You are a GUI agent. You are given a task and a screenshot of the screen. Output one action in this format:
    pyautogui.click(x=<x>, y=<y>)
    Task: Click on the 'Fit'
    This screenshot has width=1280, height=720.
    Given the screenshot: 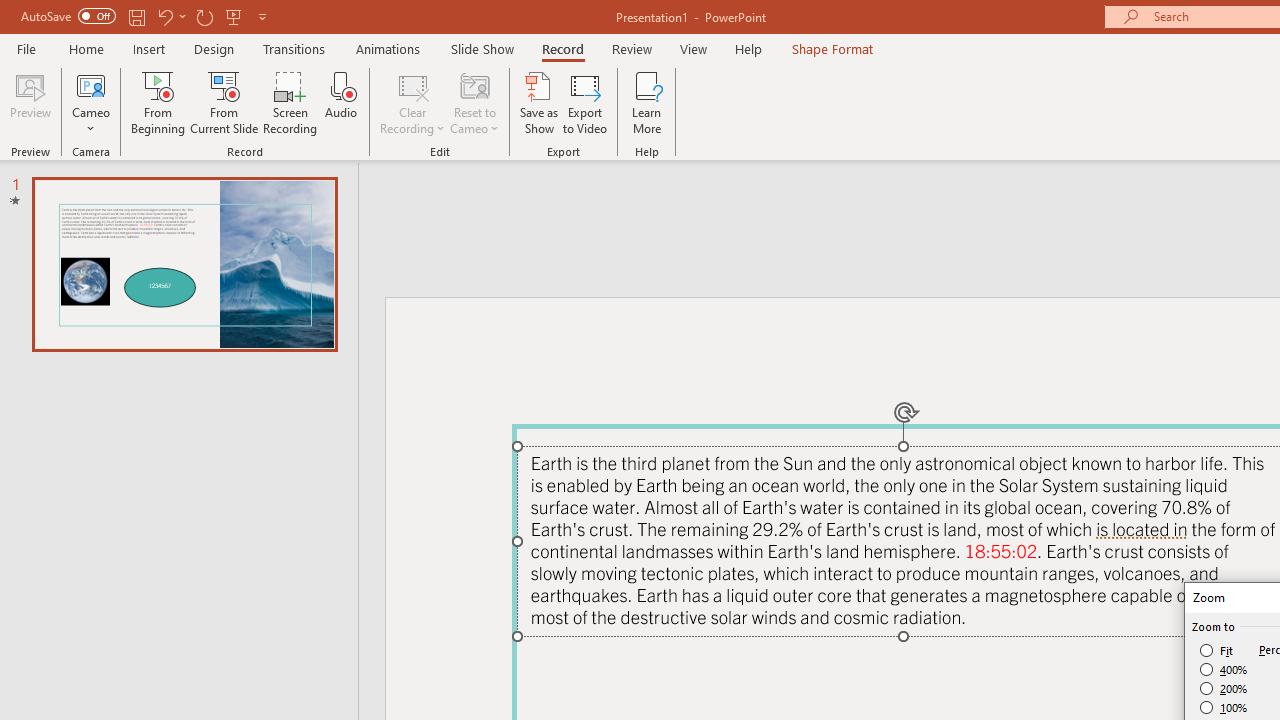 What is the action you would take?
    pyautogui.click(x=1216, y=650)
    